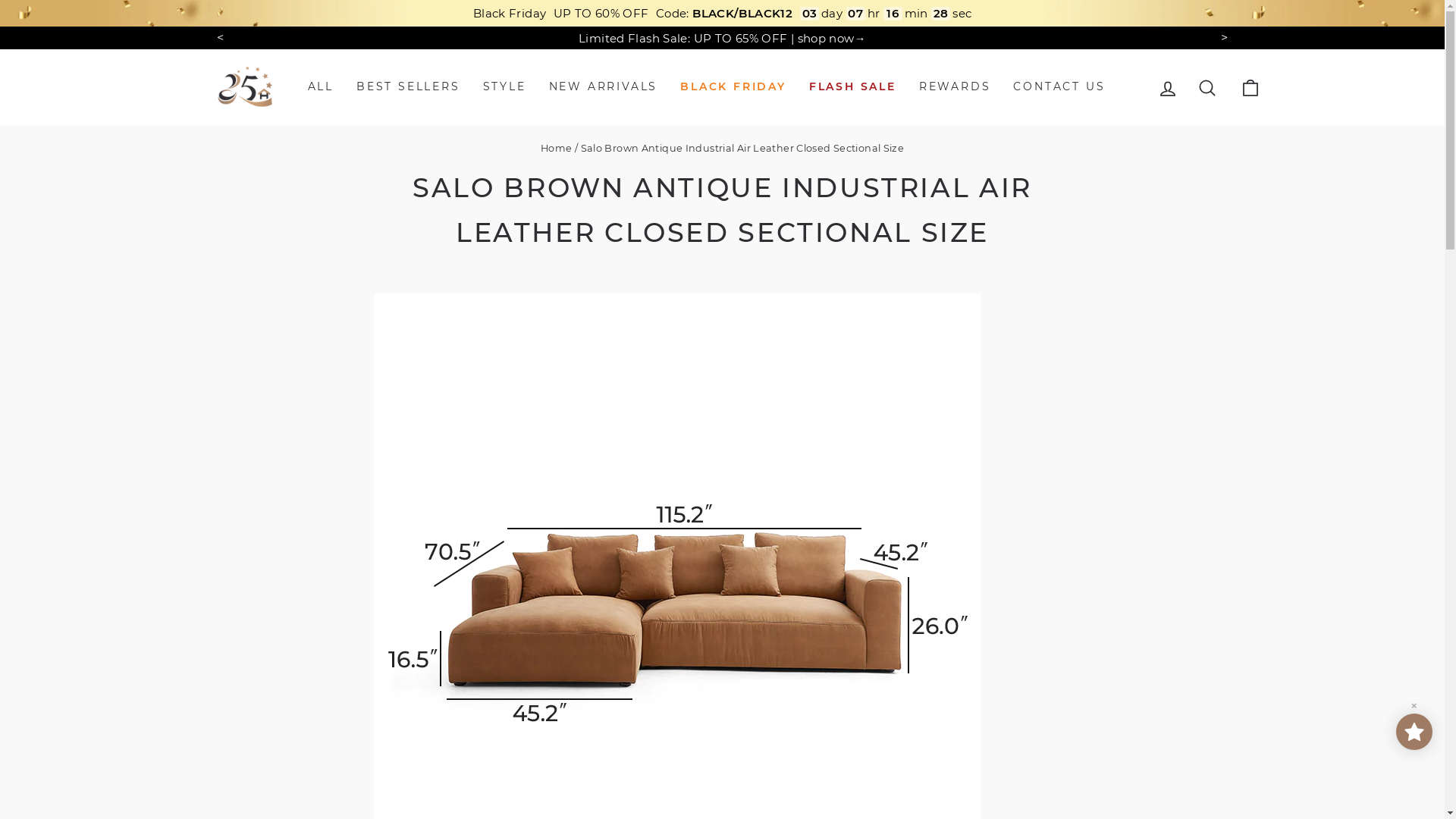 The image size is (1456, 819). I want to click on 'Skip to content', so click(0, 0).